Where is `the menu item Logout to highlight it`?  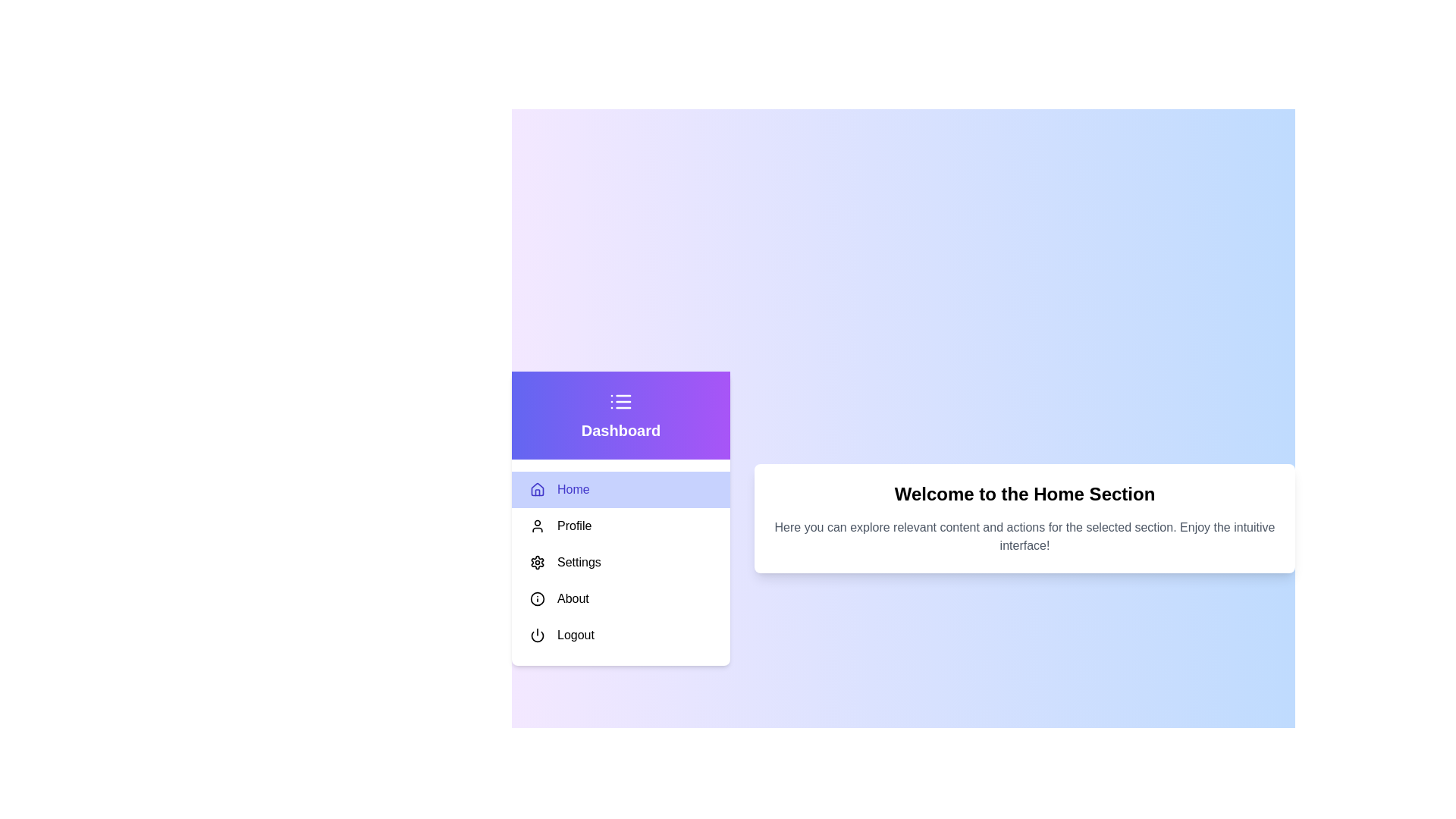 the menu item Logout to highlight it is located at coordinates (621, 635).